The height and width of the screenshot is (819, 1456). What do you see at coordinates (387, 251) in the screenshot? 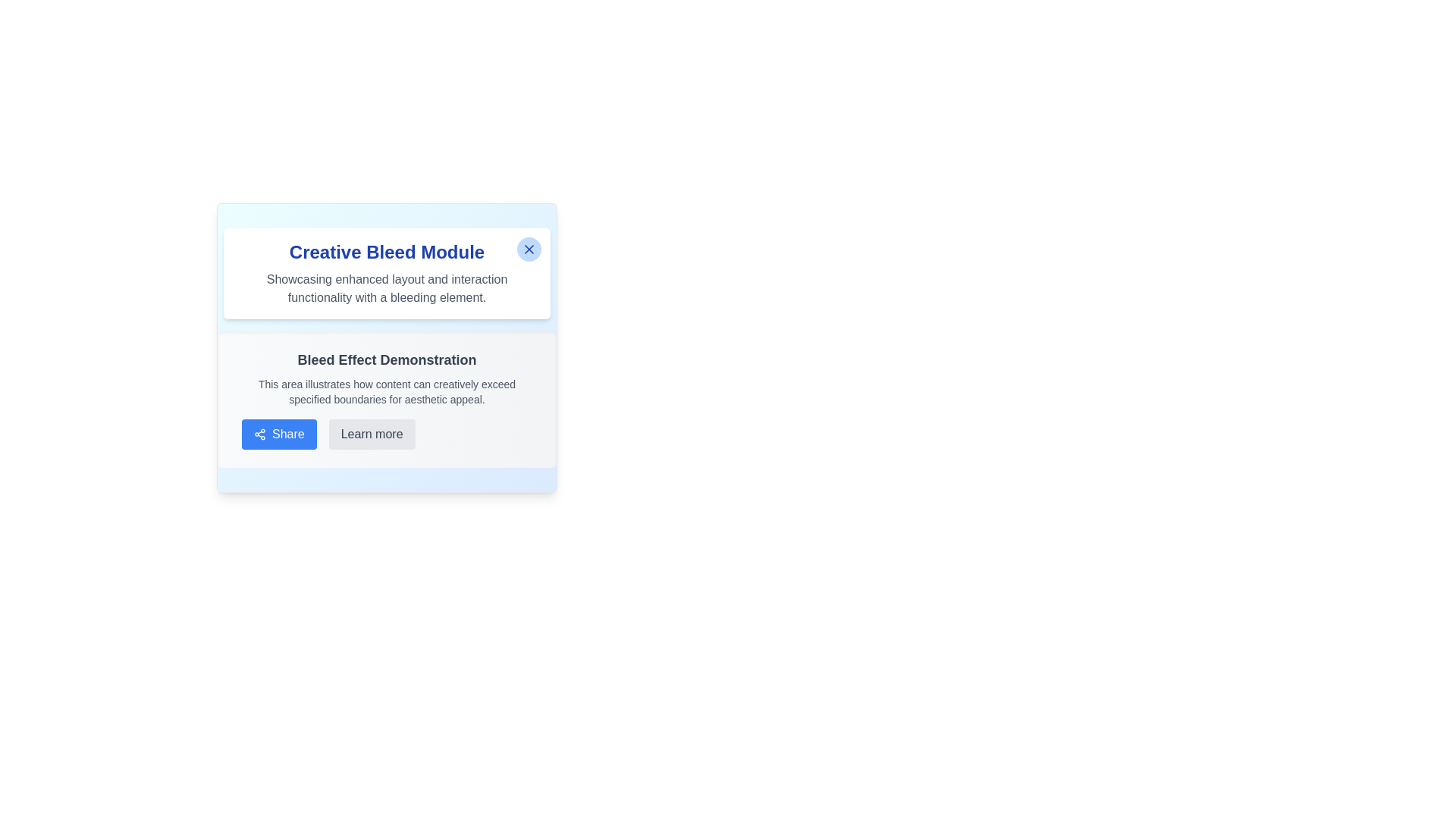
I see `the static text element displaying 'Creative Bleed Module' in bold, large blue font, positioned at the top of the card` at bounding box center [387, 251].